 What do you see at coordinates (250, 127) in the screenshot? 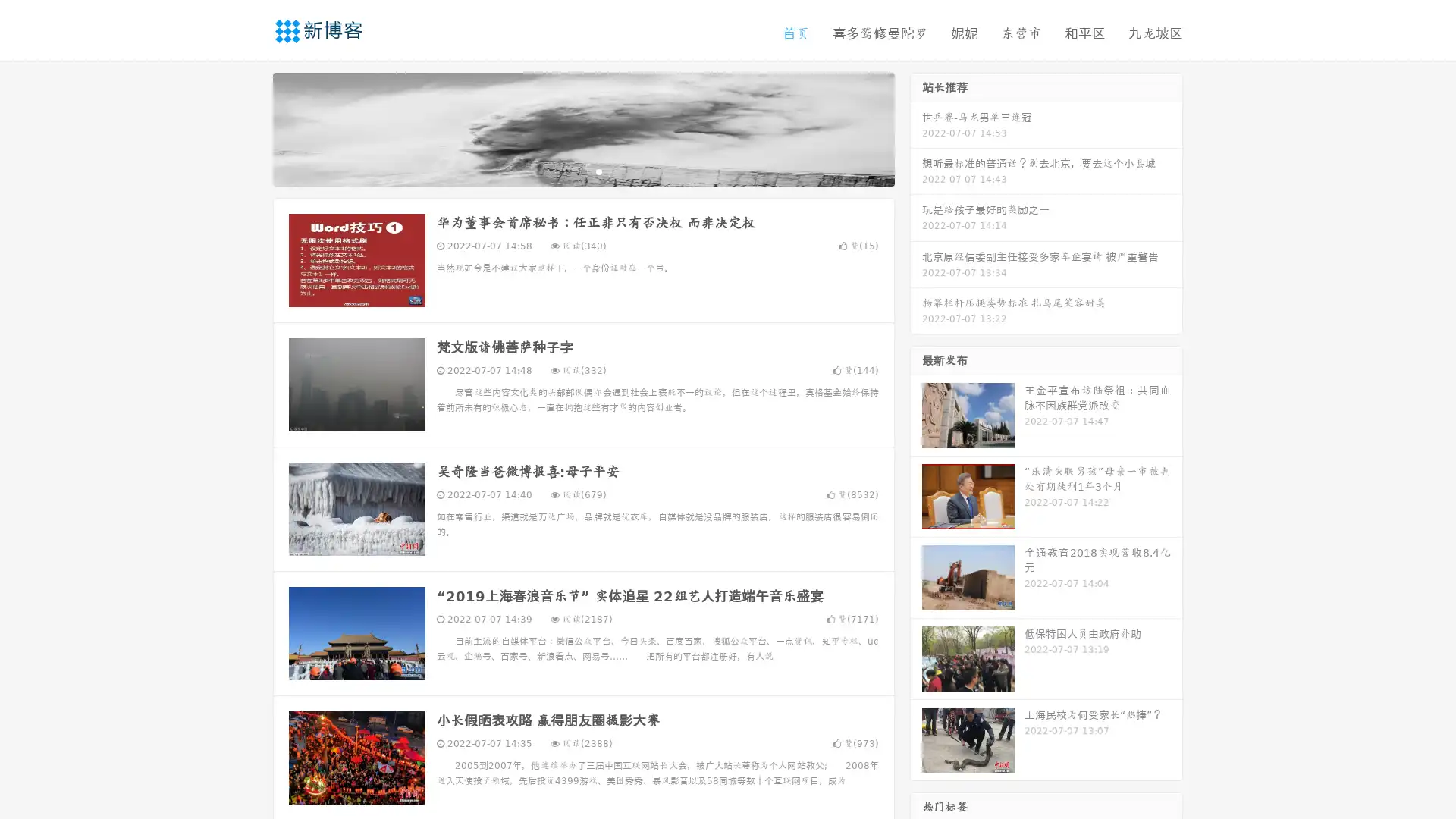
I see `Previous slide` at bounding box center [250, 127].